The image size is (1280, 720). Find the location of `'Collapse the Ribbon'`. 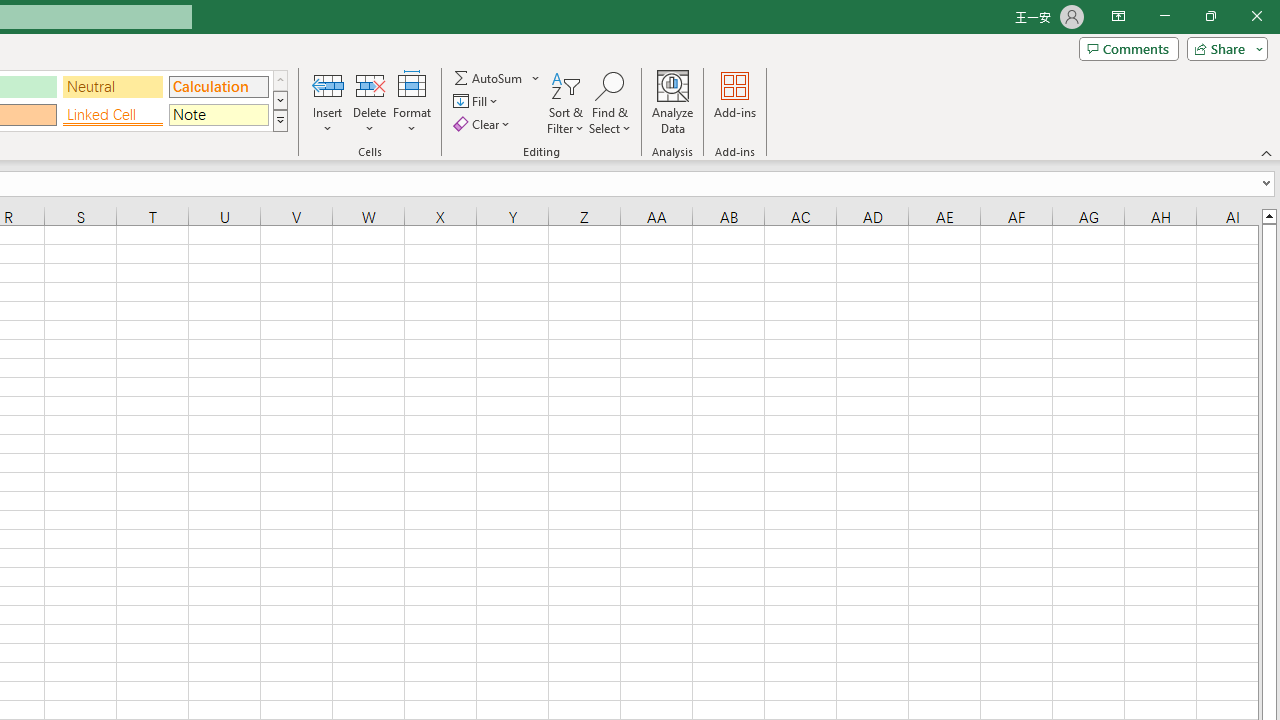

'Collapse the Ribbon' is located at coordinates (1266, 152).